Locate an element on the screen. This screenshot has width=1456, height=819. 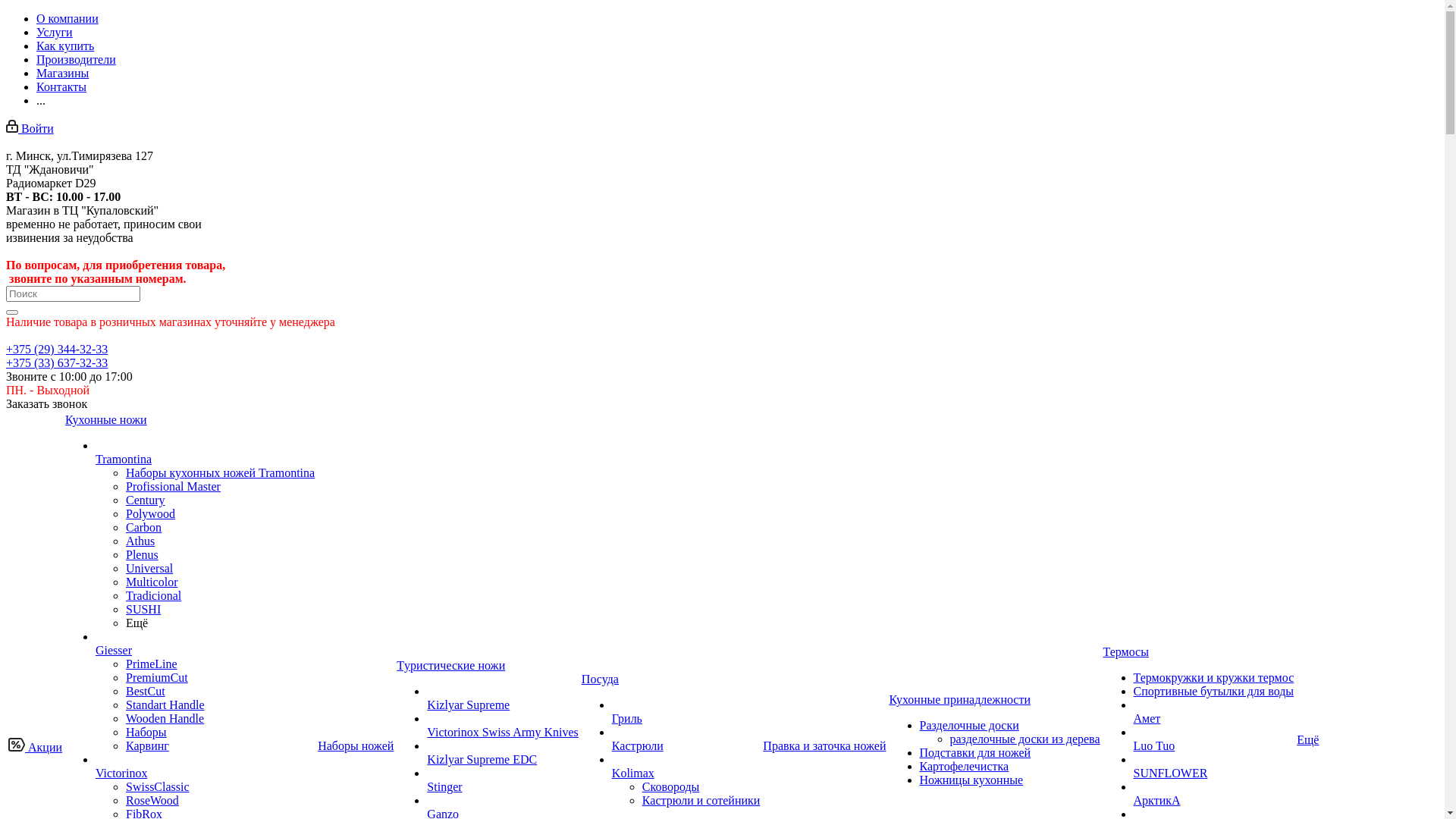
'Kizlyar Supreme' is located at coordinates (467, 704).